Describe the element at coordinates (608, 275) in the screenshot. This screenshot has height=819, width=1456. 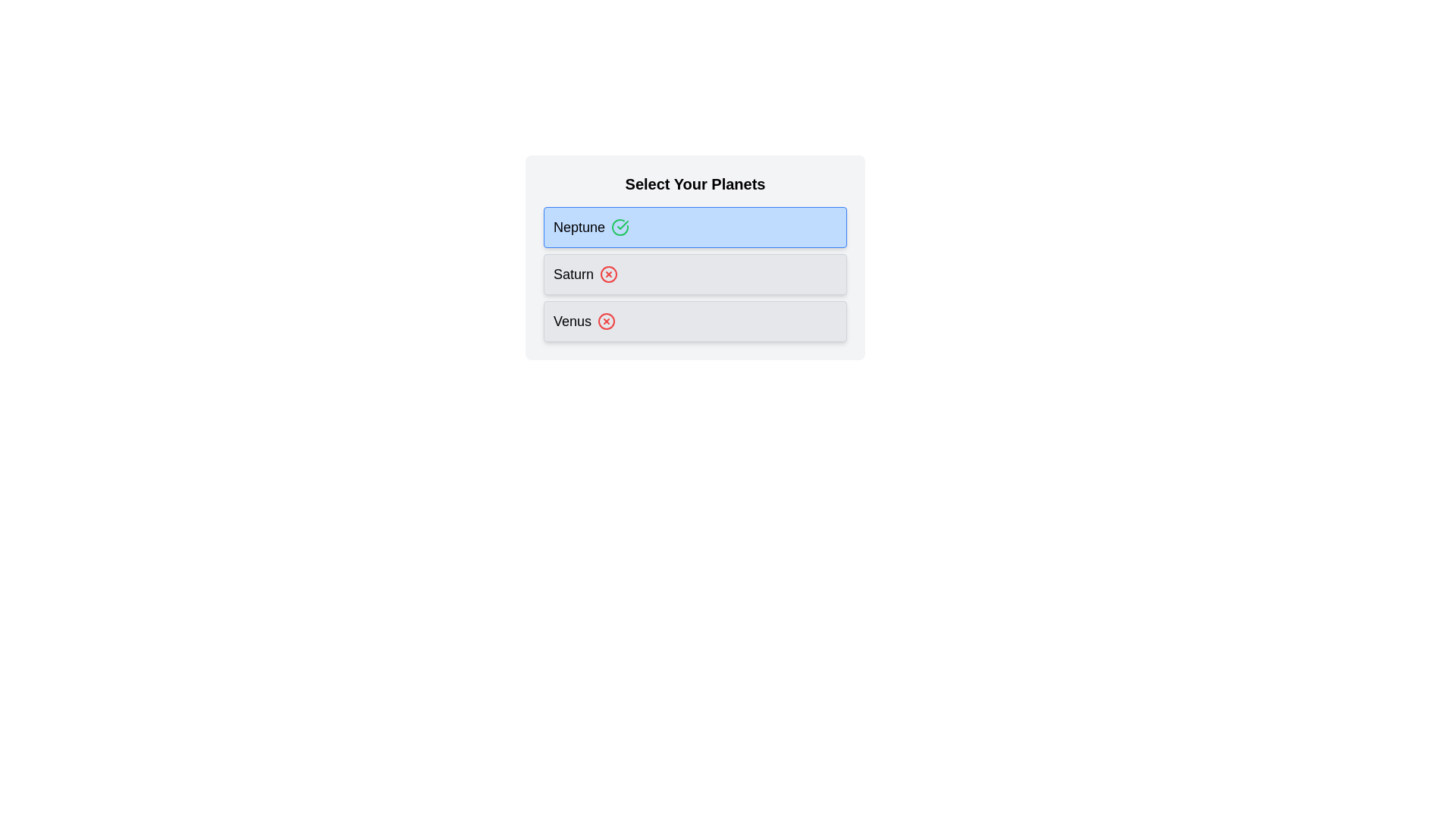
I see `the chip labeled Saturn` at that location.